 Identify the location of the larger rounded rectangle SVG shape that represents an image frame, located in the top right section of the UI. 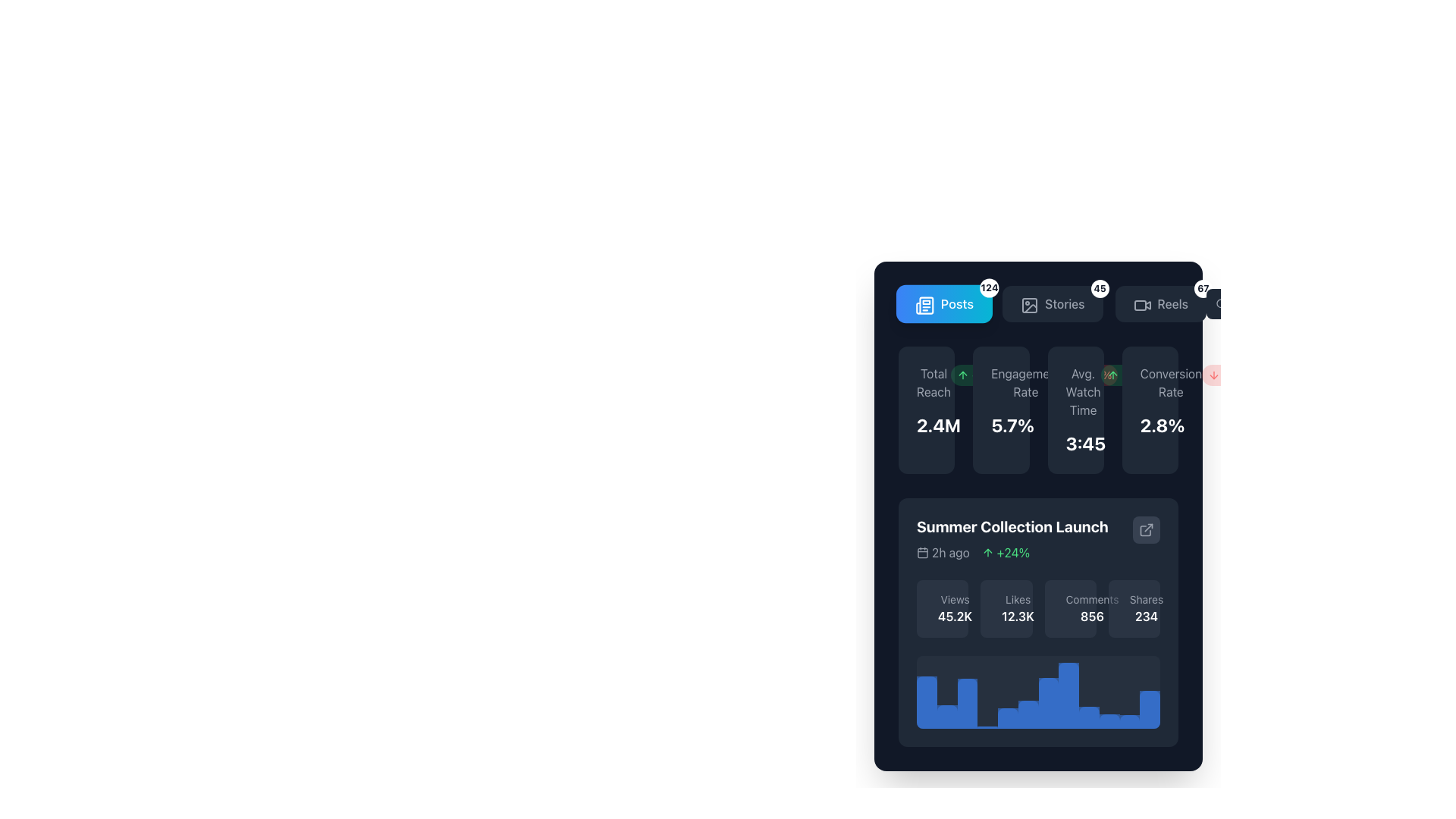
(1030, 305).